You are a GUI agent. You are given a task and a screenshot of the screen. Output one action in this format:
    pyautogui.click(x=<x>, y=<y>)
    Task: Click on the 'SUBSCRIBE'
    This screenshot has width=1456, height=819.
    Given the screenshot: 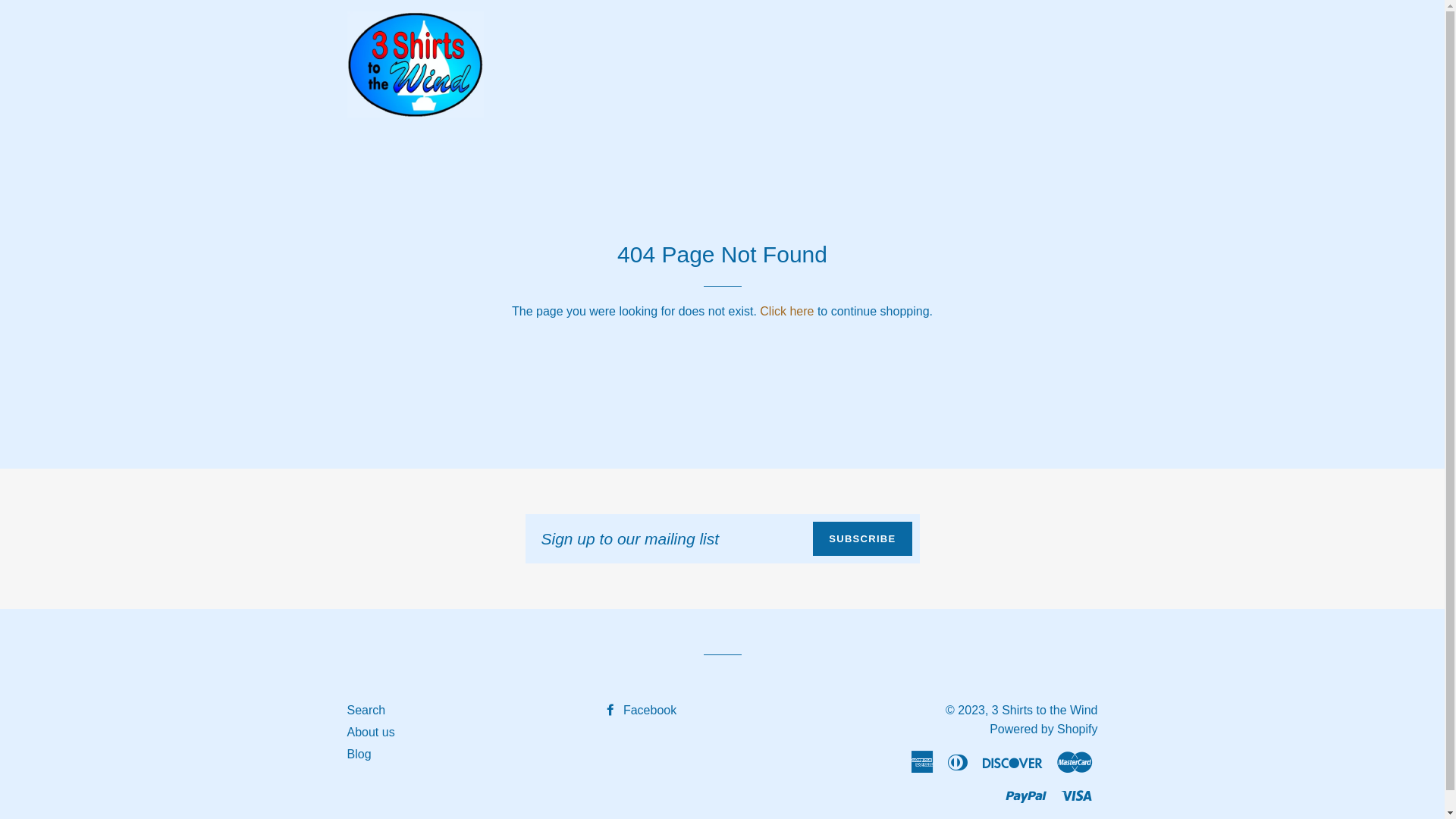 What is the action you would take?
    pyautogui.click(x=811, y=538)
    